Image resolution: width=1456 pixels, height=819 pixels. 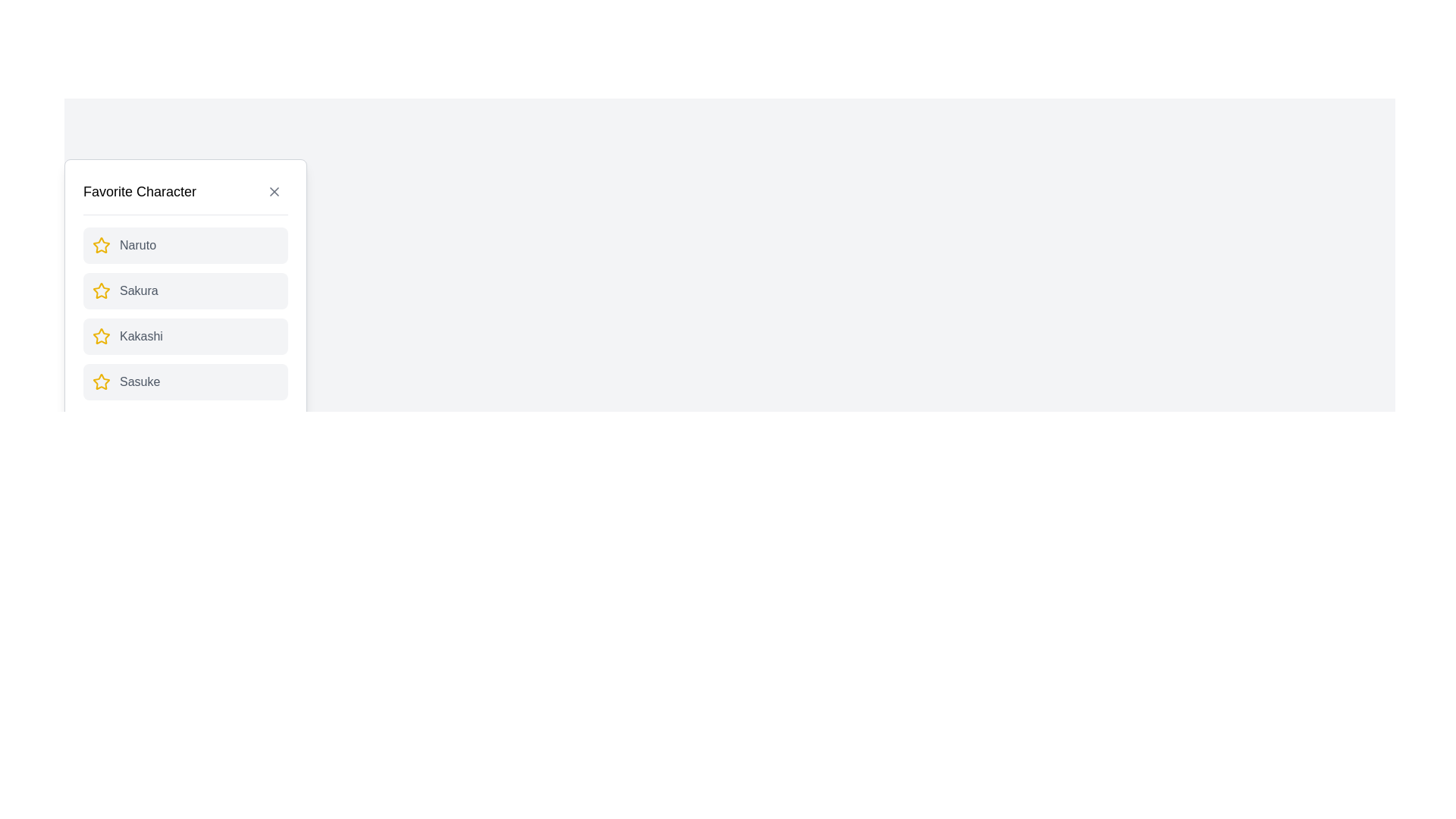 What do you see at coordinates (140, 191) in the screenshot?
I see `the 'Favorite Character' text header, which is styled in bold and located at the top of a card section, above a list of items` at bounding box center [140, 191].